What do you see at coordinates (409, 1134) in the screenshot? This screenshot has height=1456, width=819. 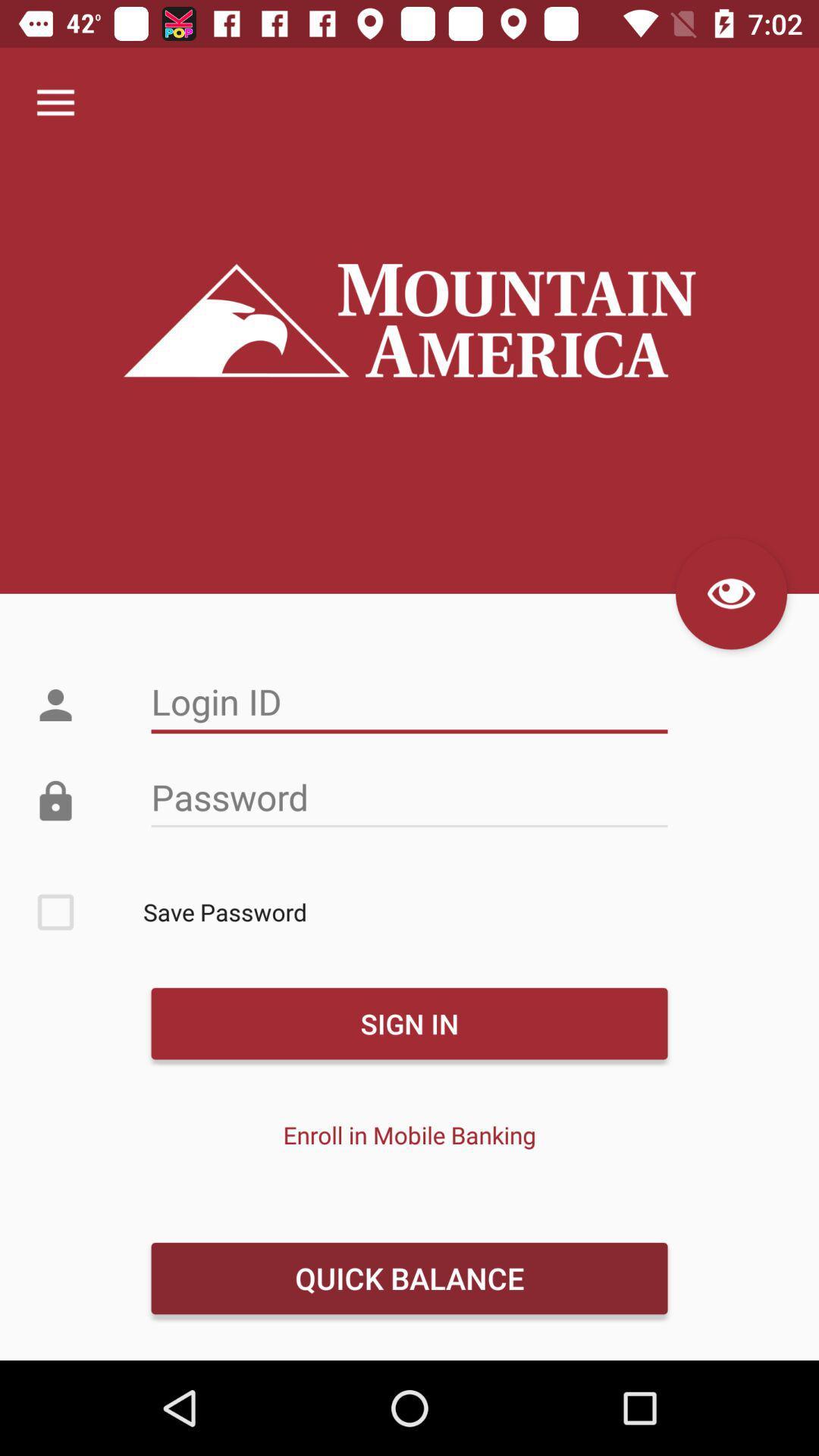 I see `the enroll in mobile item` at bounding box center [409, 1134].